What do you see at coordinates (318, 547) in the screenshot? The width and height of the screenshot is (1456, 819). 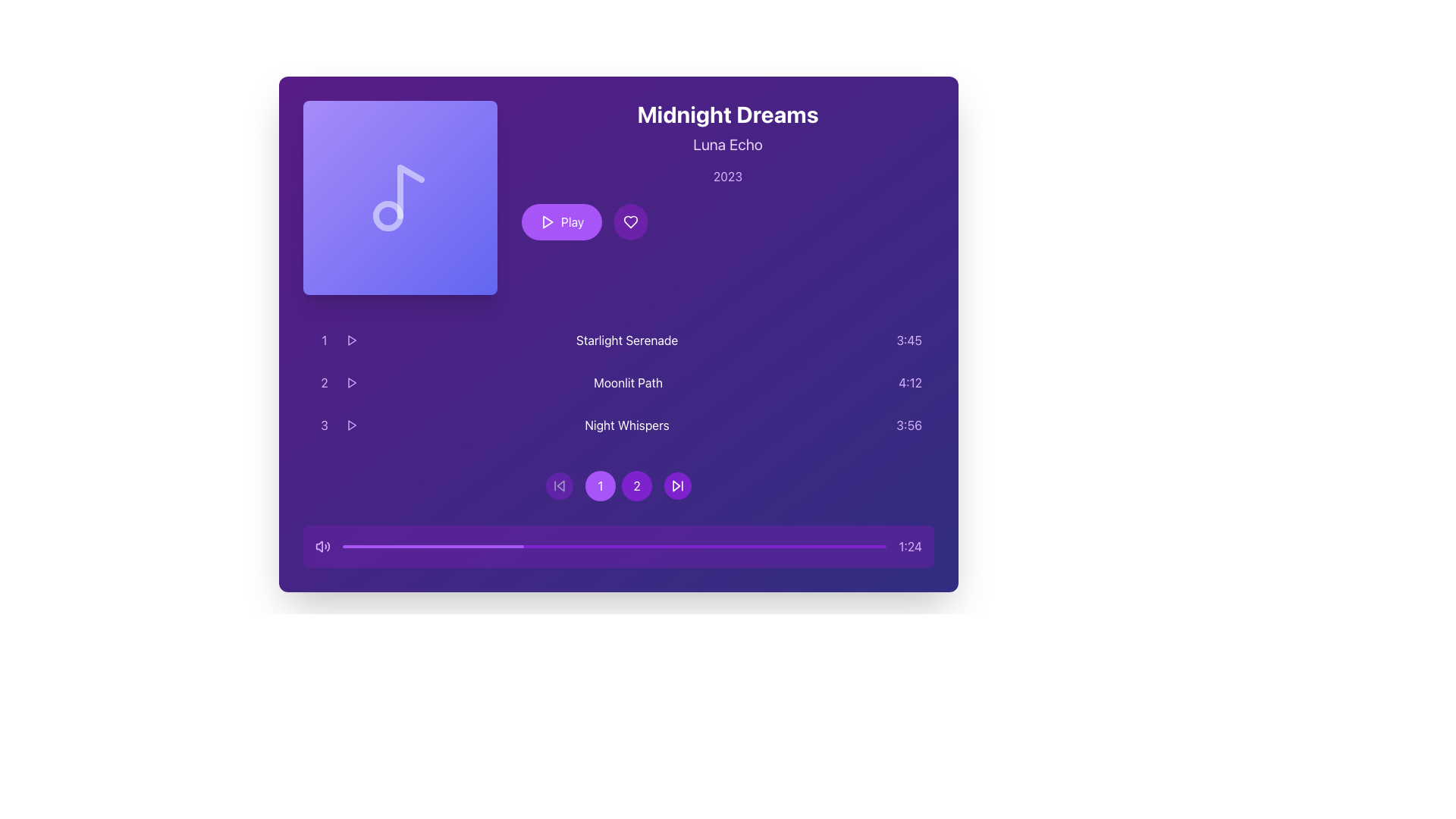 I see `the mute/unmute audio icon button located at the far left of the volume control bar in the music player interface` at bounding box center [318, 547].